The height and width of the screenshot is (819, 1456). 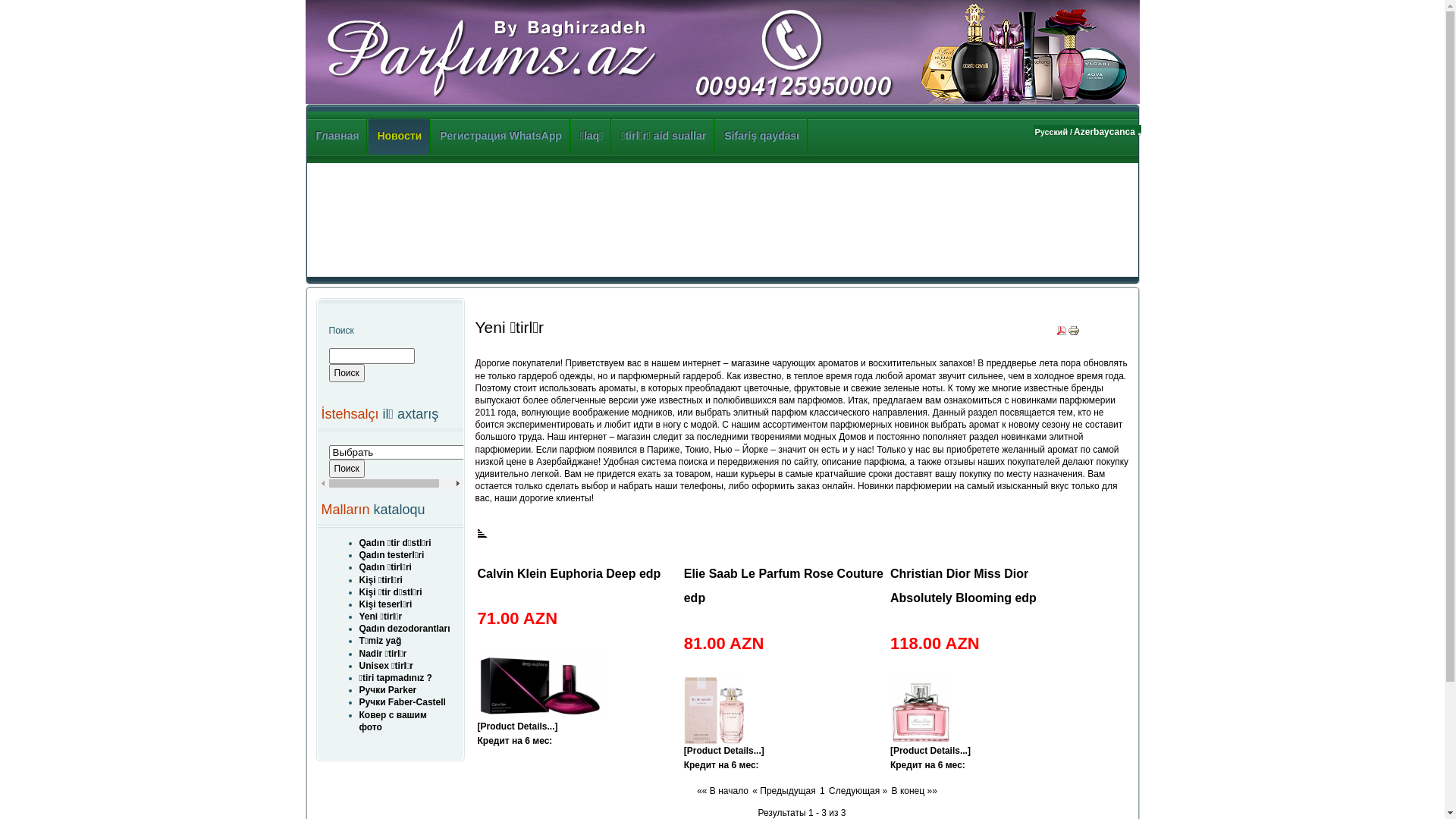 What do you see at coordinates (689, 219) in the screenshot?
I see `'Advertisement'` at bounding box center [689, 219].